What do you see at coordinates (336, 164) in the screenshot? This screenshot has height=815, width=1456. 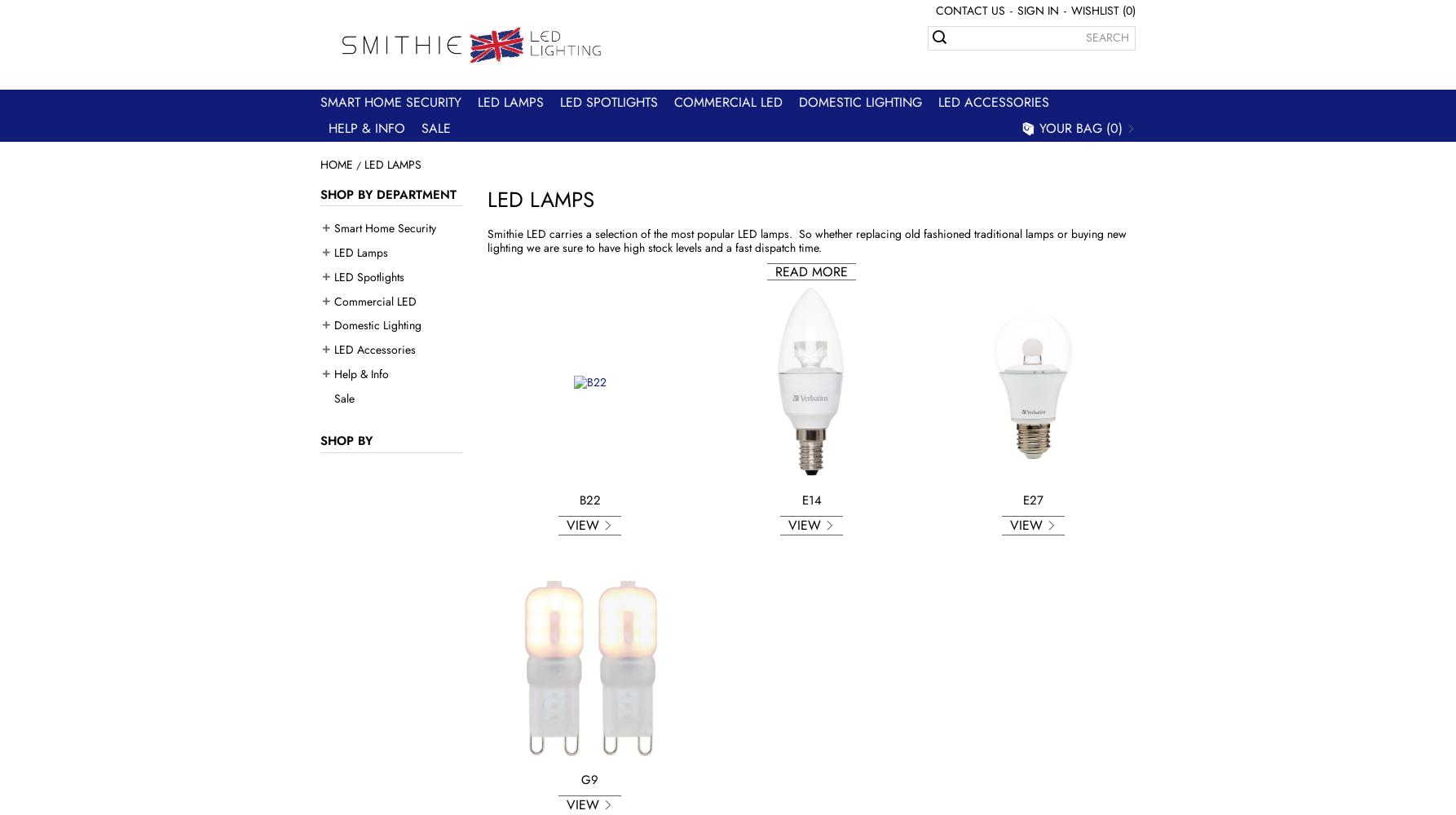 I see `'Home'` at bounding box center [336, 164].